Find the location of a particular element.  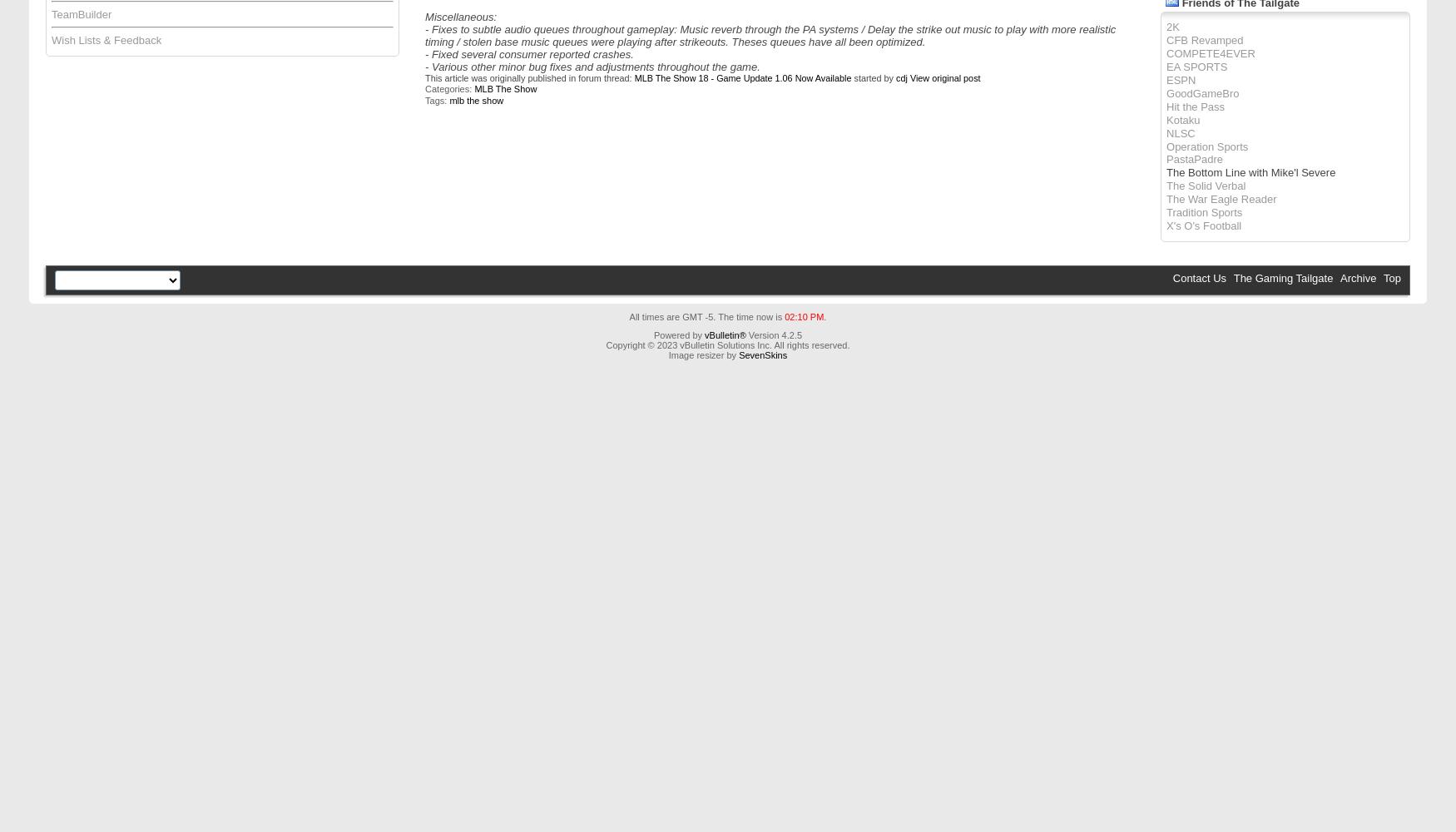

'Tags:' is located at coordinates (436, 99).